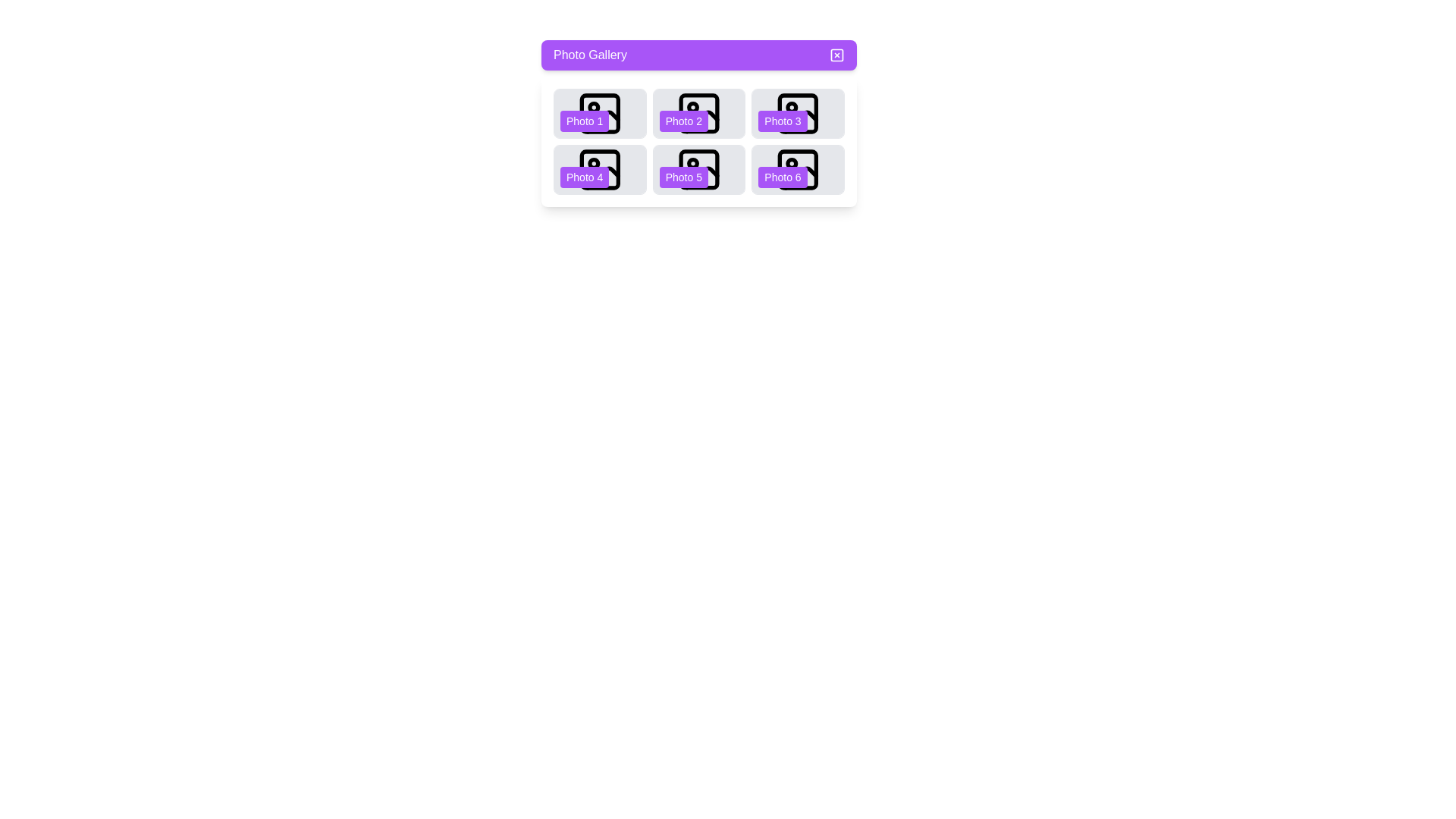 The image size is (1456, 819). I want to click on the photo labeled with the number 6, so click(797, 169).